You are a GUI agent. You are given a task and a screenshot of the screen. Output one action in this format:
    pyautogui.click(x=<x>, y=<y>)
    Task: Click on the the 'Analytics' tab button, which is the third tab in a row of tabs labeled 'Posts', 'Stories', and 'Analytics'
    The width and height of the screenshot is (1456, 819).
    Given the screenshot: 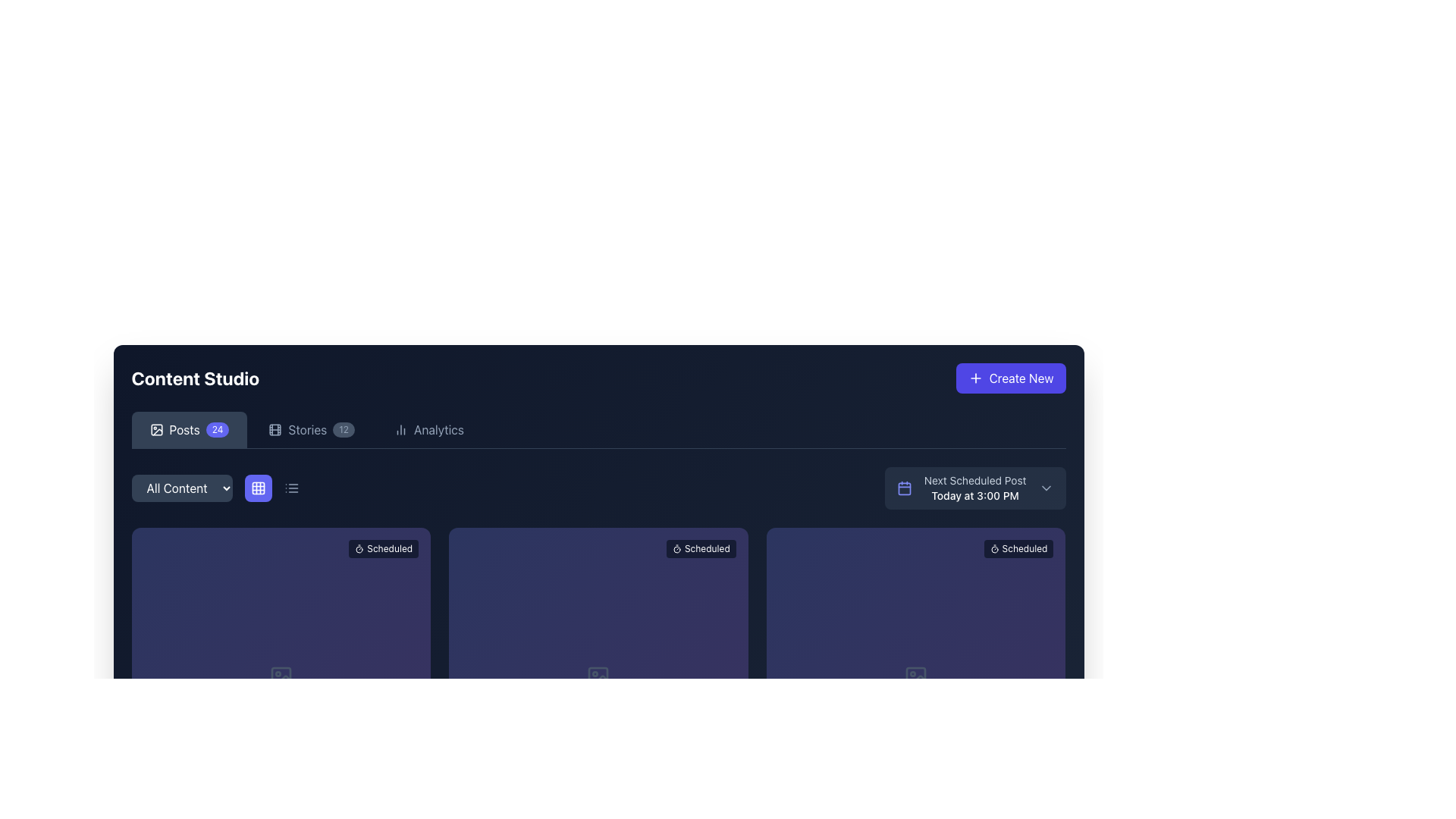 What is the action you would take?
    pyautogui.click(x=428, y=430)
    